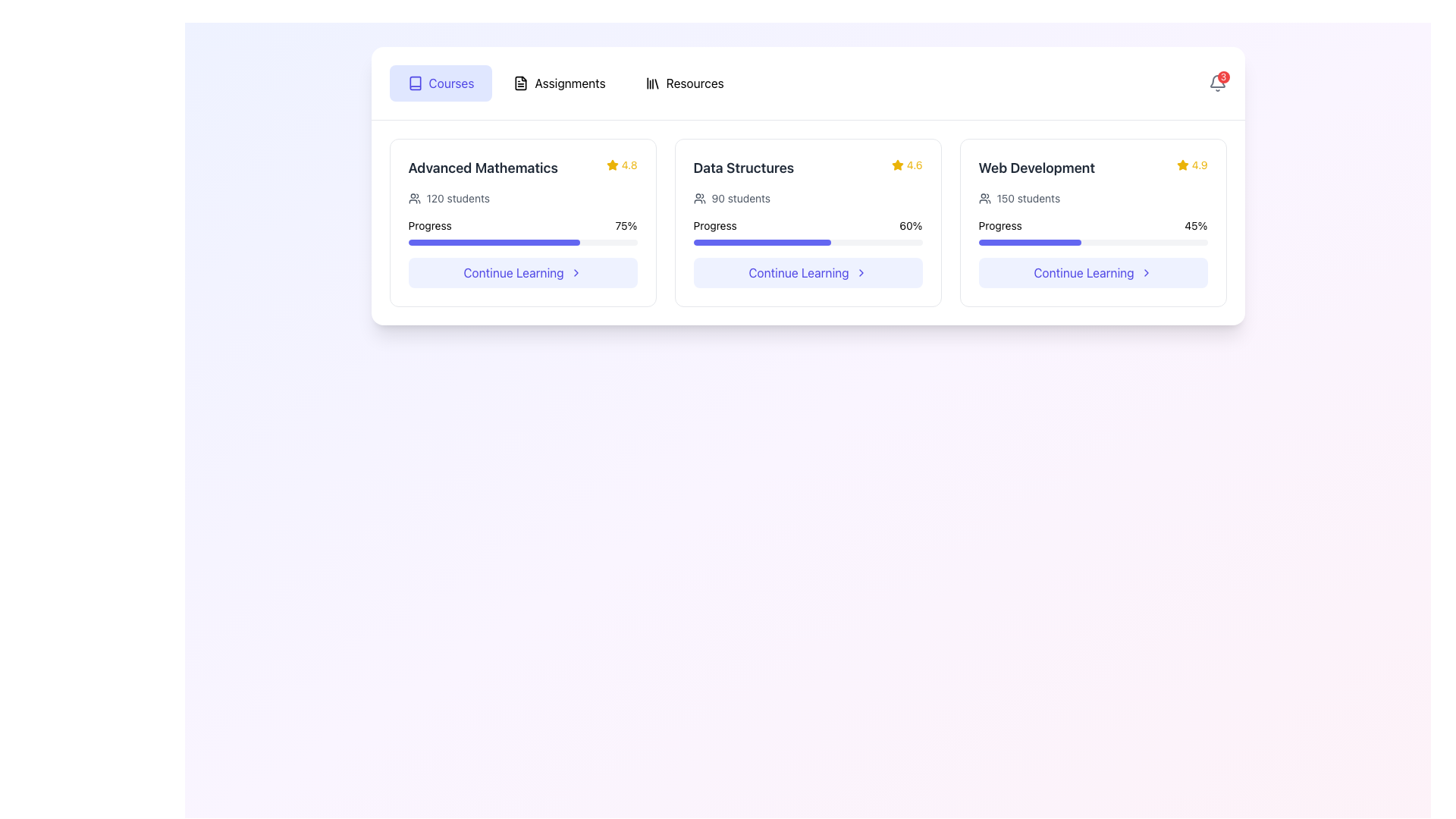 The image size is (1456, 819). I want to click on the course title and rating label, which is the first element in the card layout displaying course details, so click(522, 168).